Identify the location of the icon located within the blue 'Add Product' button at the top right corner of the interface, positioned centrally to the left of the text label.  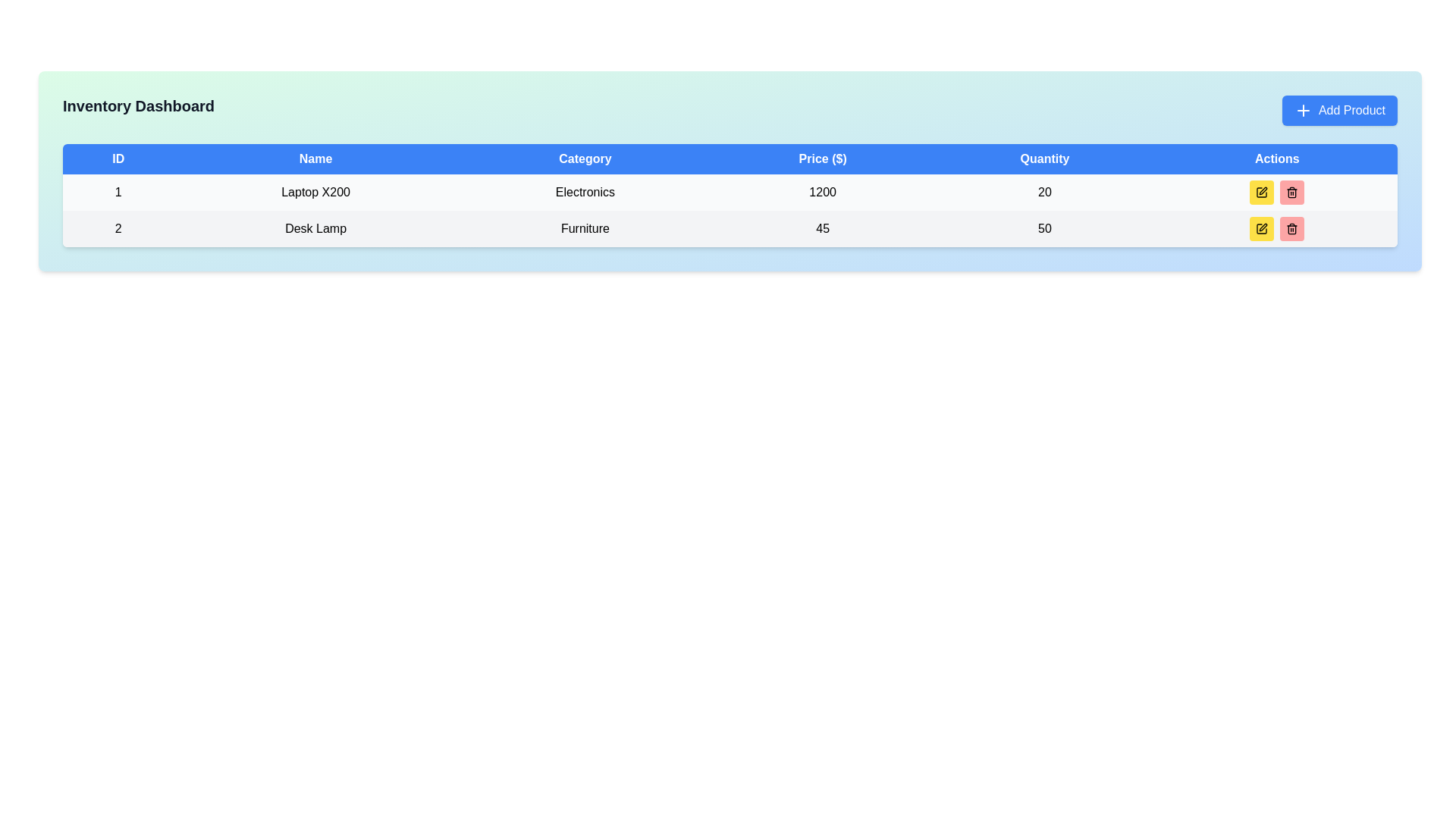
(1302, 110).